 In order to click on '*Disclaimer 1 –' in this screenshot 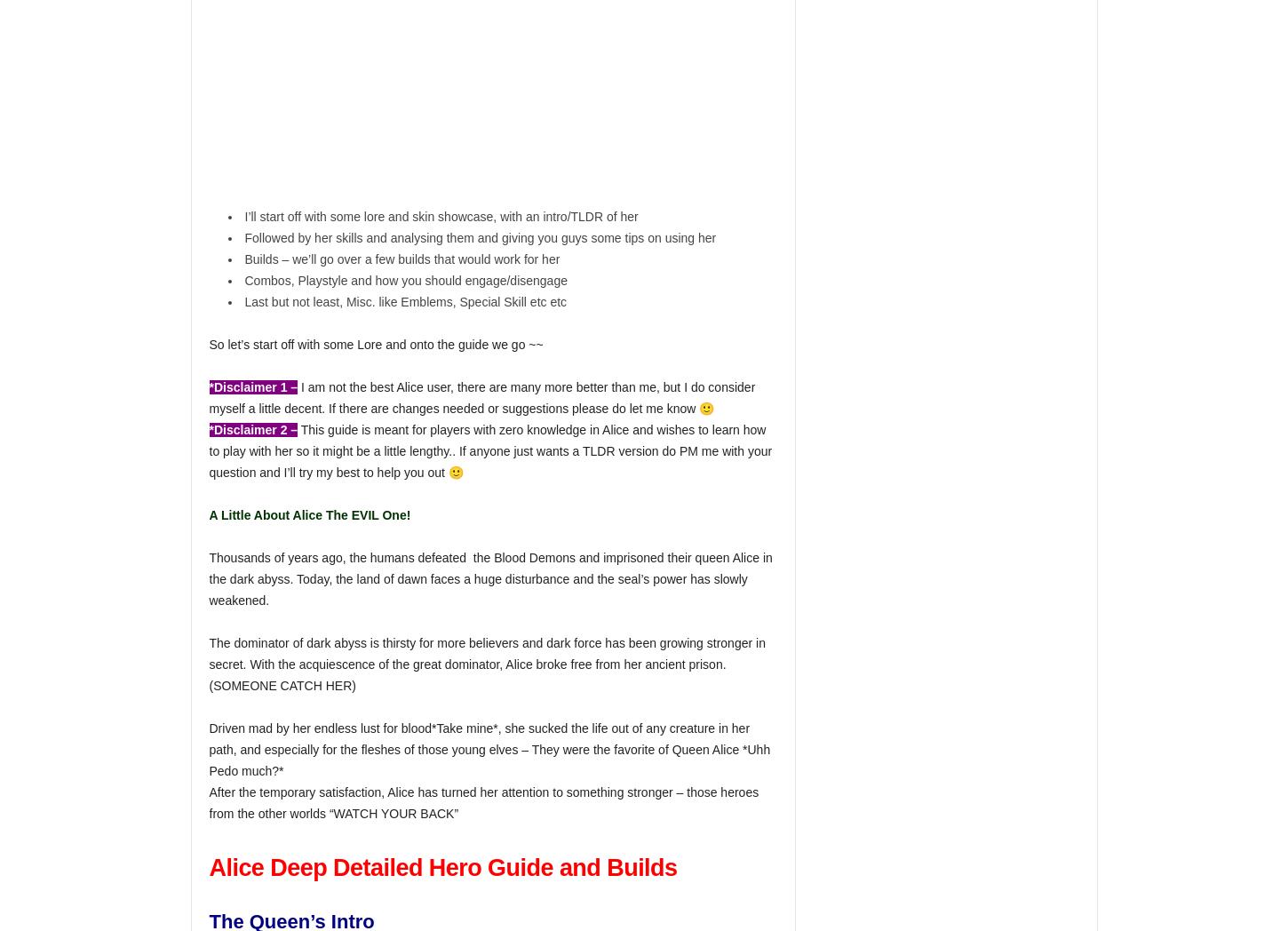, I will do `click(208, 386)`.